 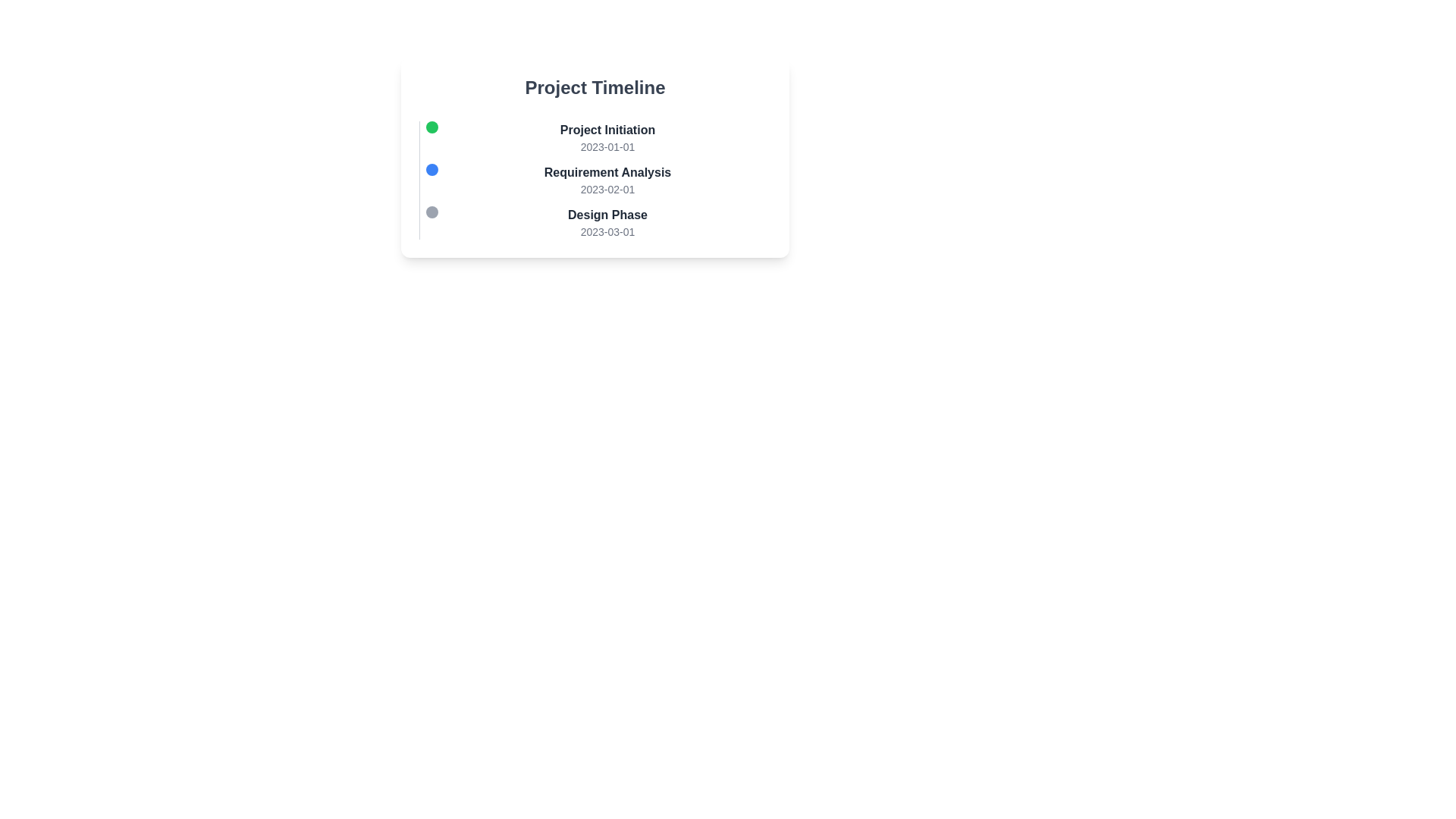 I want to click on the vibrant green colored circle icon located to the left of the 'Project Initiation' text in the timeline component, so click(x=431, y=127).